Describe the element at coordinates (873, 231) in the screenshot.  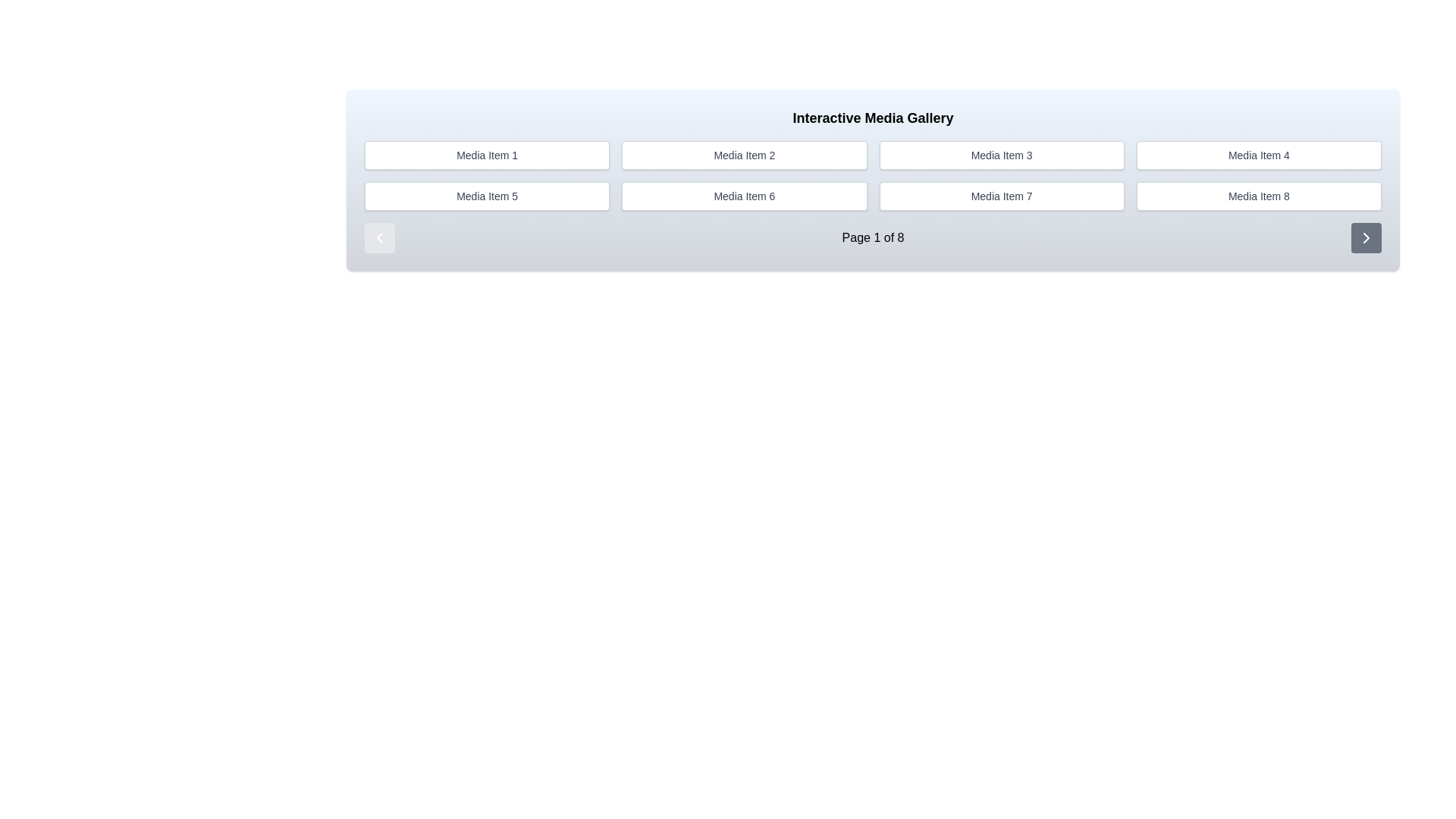
I see `the text label that displays the current page index and total number of pages in the gallery, which is centered in the bottom bar of the 'Interactive Media Gallery' between navigation buttons` at that location.